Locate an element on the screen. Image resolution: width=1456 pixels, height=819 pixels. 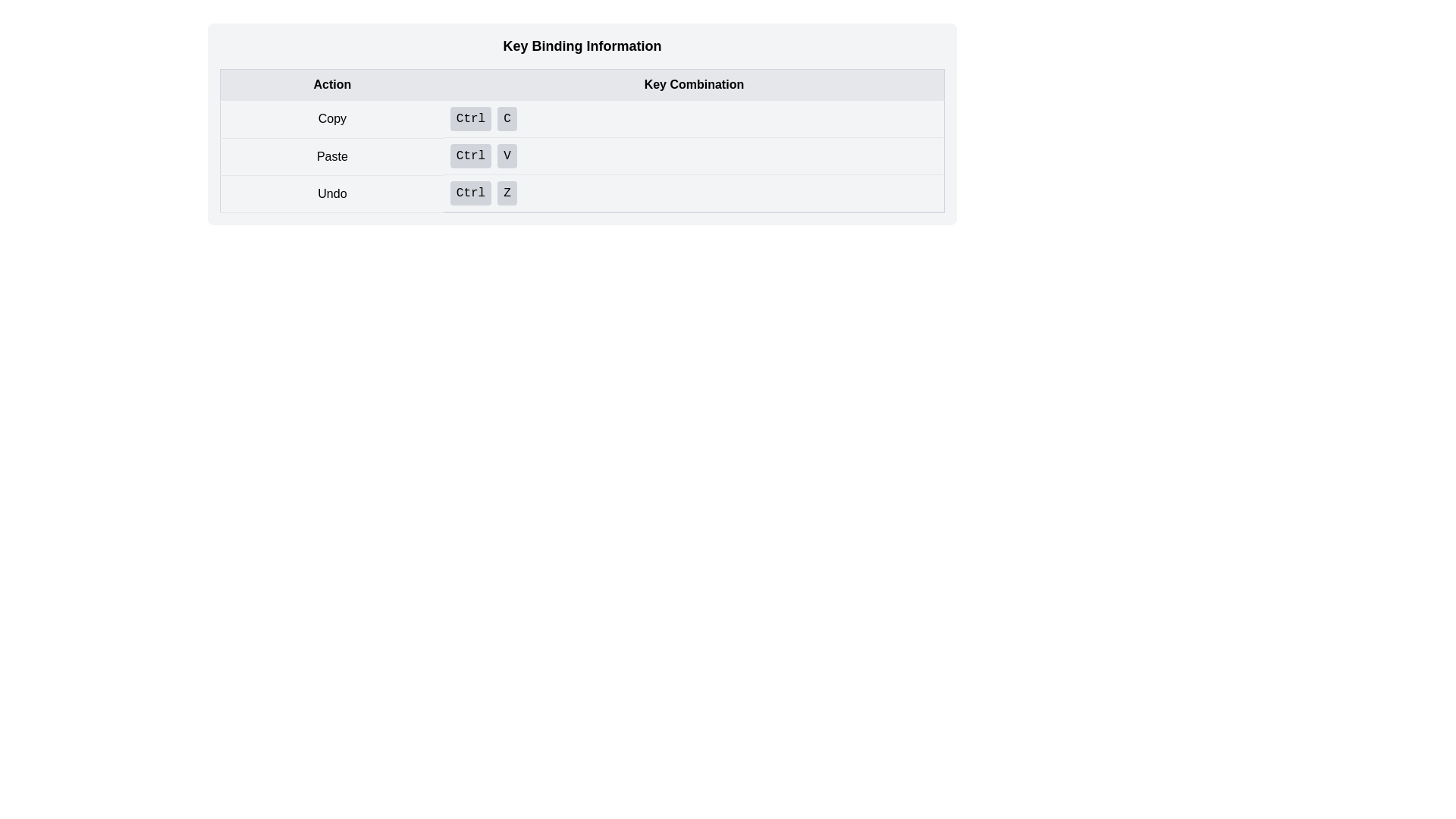
the second row is located at coordinates (582, 156).